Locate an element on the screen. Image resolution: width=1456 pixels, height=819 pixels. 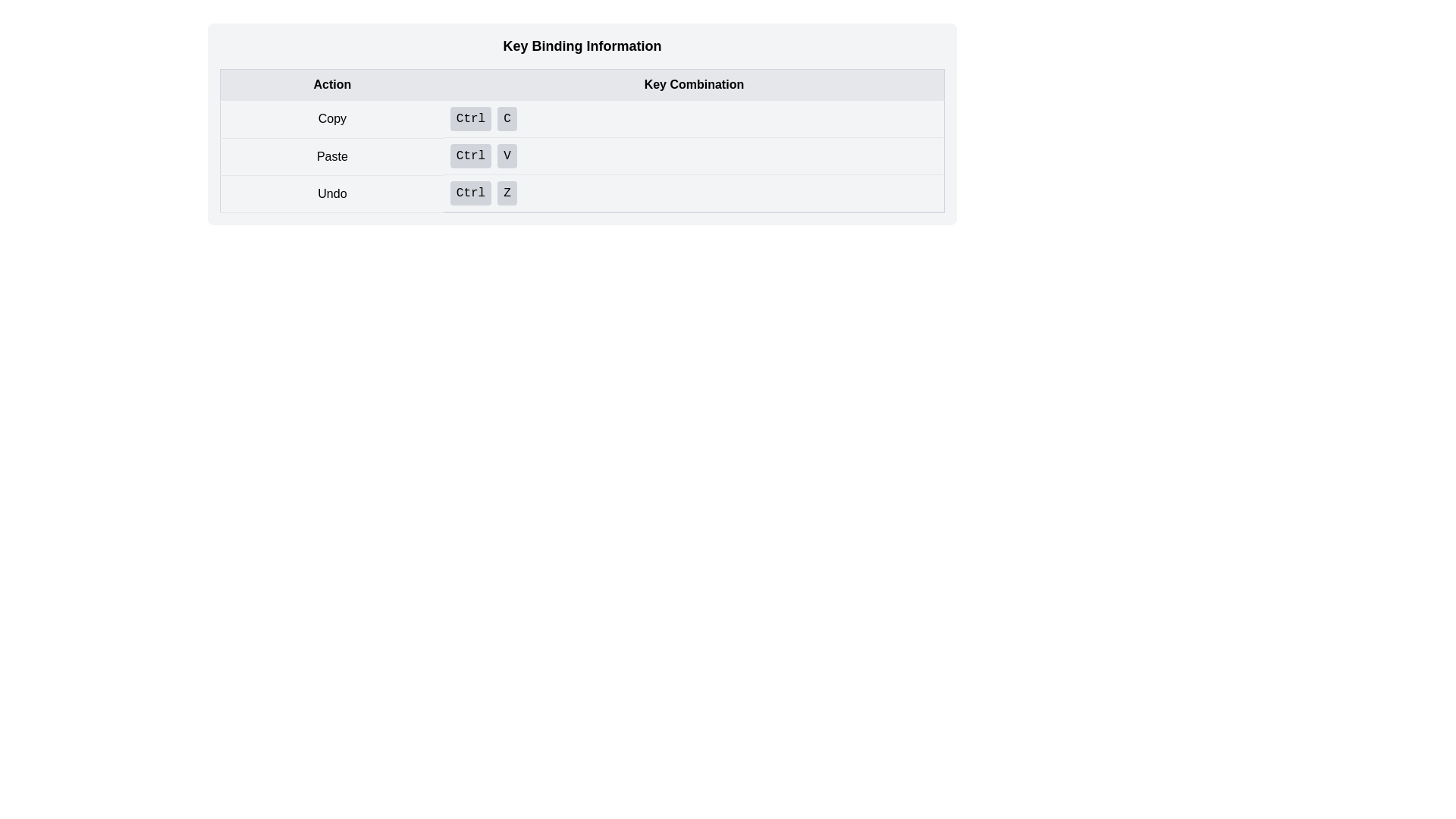
the second row is located at coordinates (582, 156).